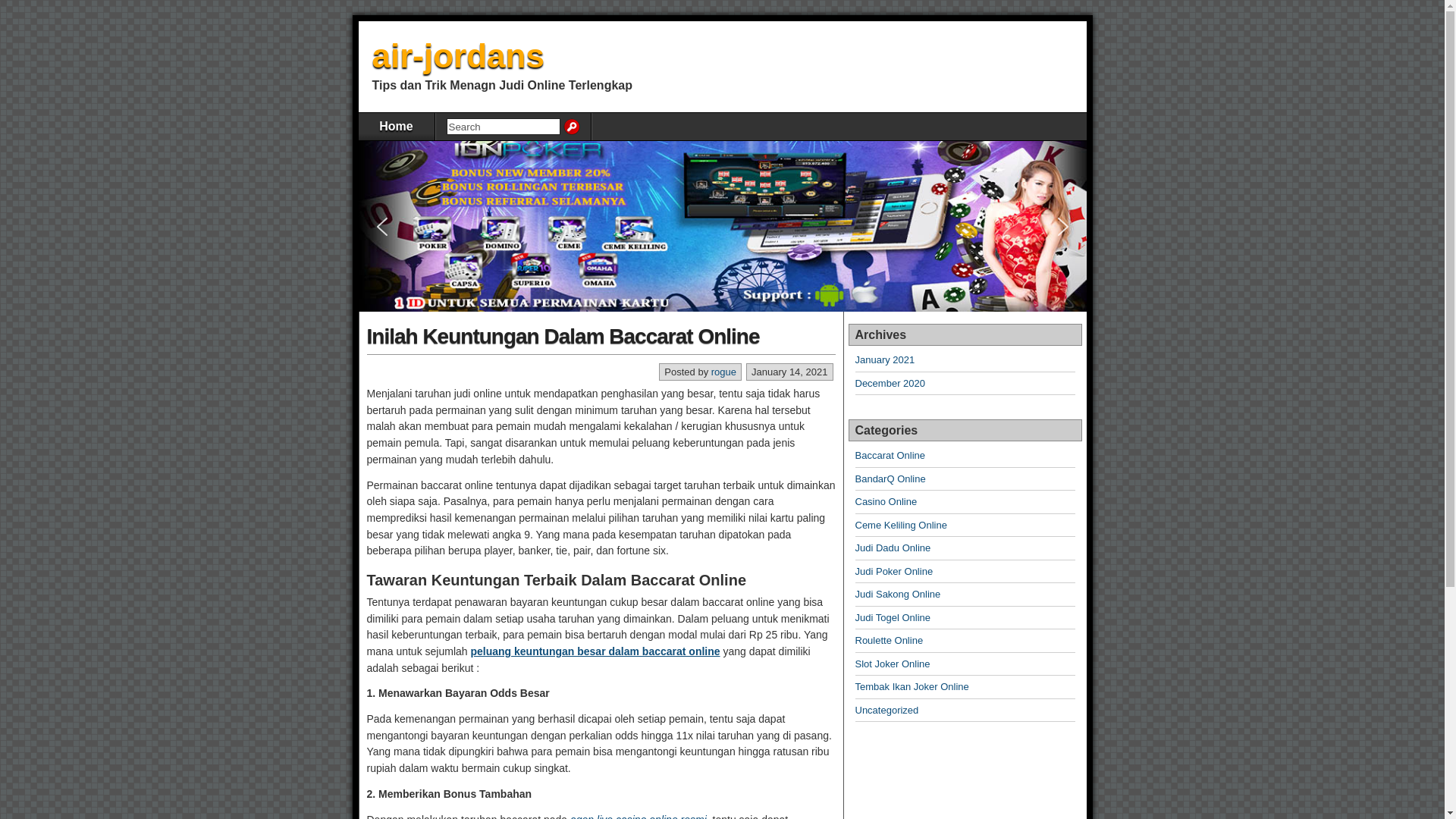  I want to click on 'peluang keuntungan besar dalam baccarat online', so click(469, 651).